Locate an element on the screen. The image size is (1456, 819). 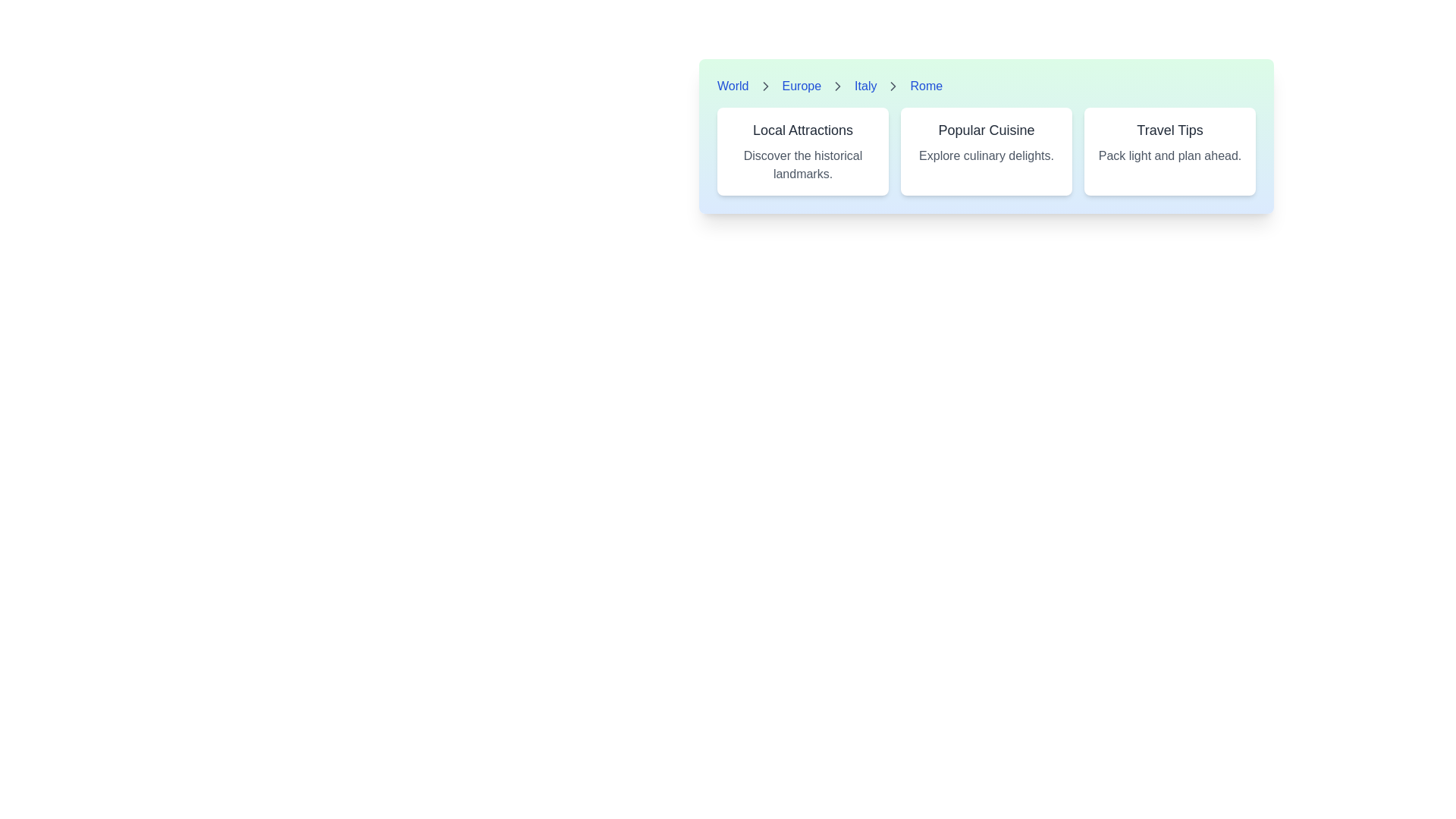
the text of the Informational Card titled 'Popular Cuisine' which has a white background and rounded corners, located in the center of the three-column grid layout is located at coordinates (986, 152).